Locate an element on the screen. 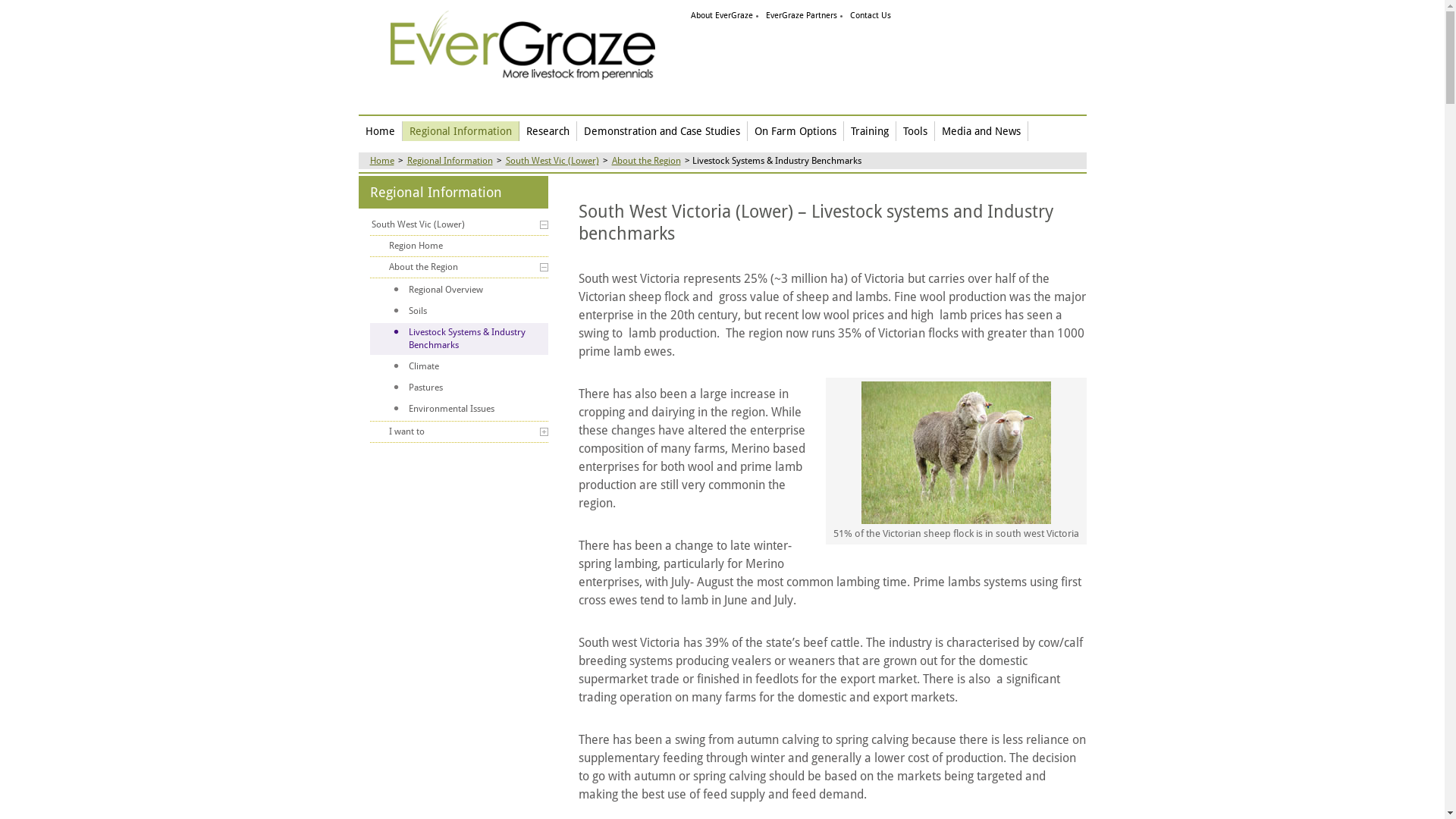 This screenshot has height=819, width=1456. 'Demonstration and Case Studies' is located at coordinates (661, 130).